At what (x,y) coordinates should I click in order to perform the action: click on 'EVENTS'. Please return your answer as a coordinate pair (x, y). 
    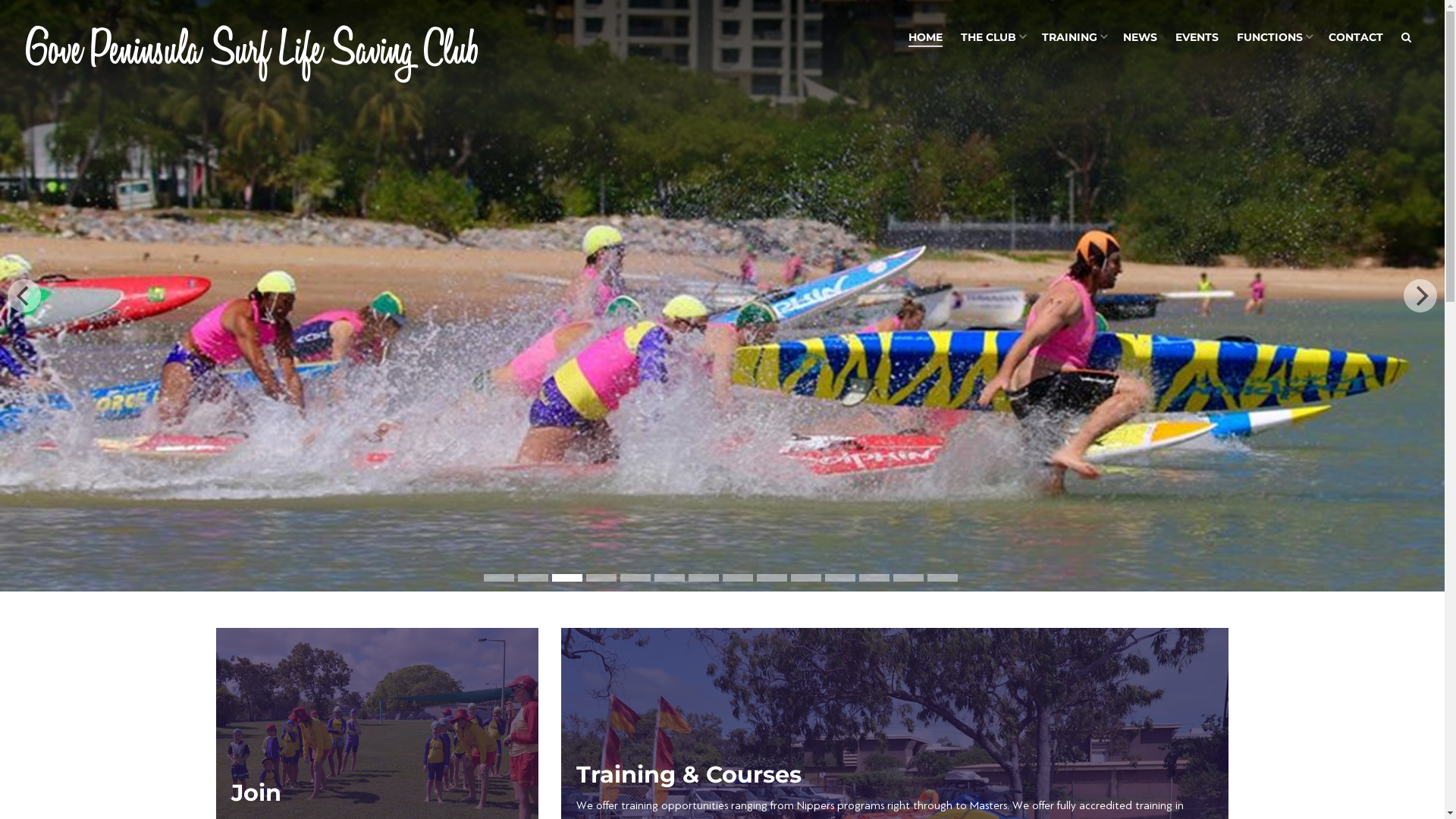
    Looking at the image, I should click on (1196, 36).